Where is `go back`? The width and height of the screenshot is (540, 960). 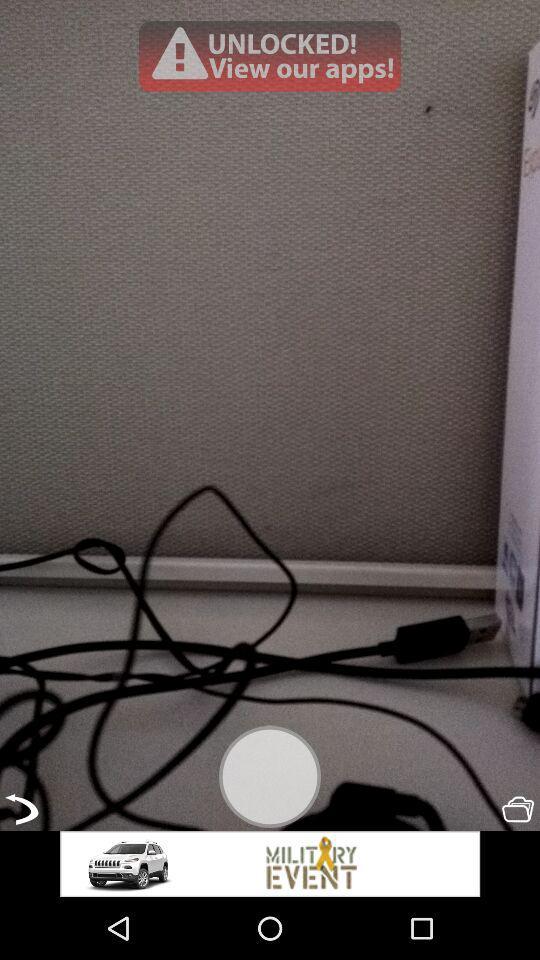 go back is located at coordinates (20, 809).